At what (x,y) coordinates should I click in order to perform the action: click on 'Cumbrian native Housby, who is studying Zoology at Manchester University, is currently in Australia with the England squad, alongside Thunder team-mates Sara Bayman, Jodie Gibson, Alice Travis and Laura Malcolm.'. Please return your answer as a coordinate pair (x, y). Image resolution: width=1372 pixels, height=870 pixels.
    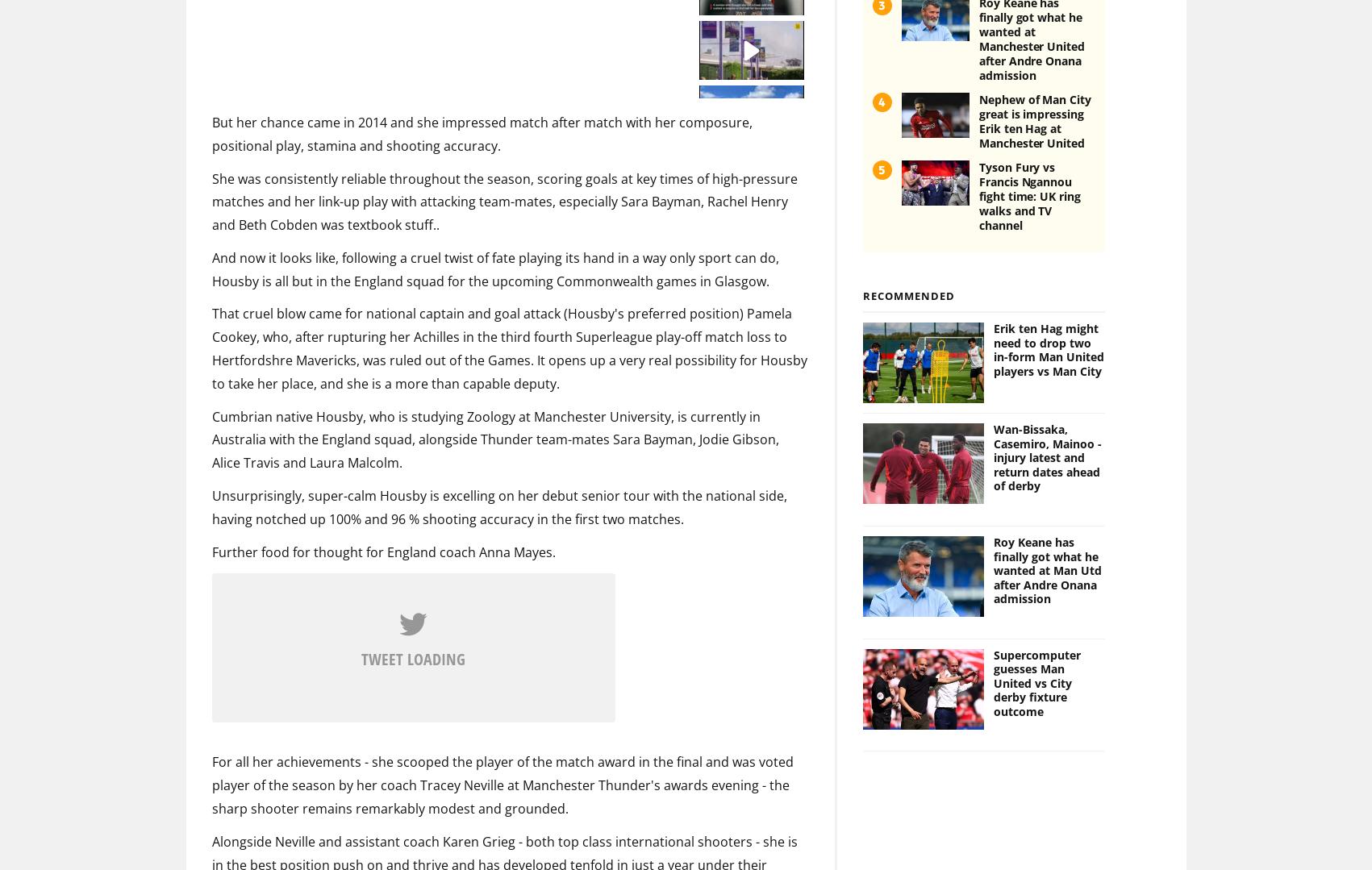
    Looking at the image, I should click on (494, 412).